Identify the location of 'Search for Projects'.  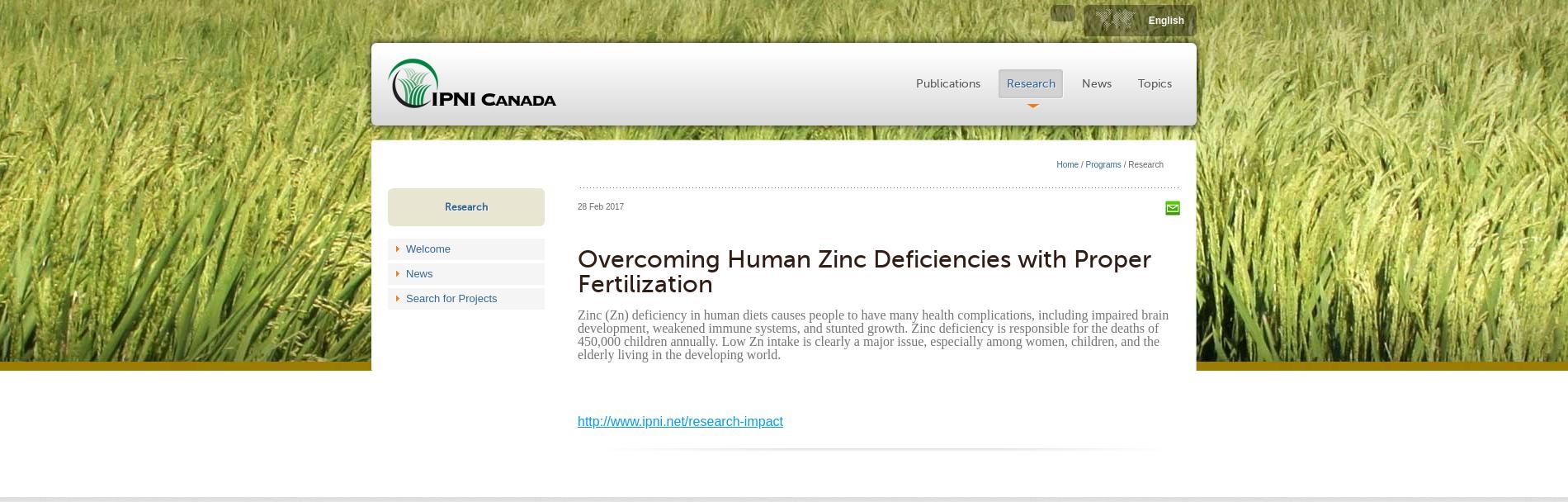
(451, 297).